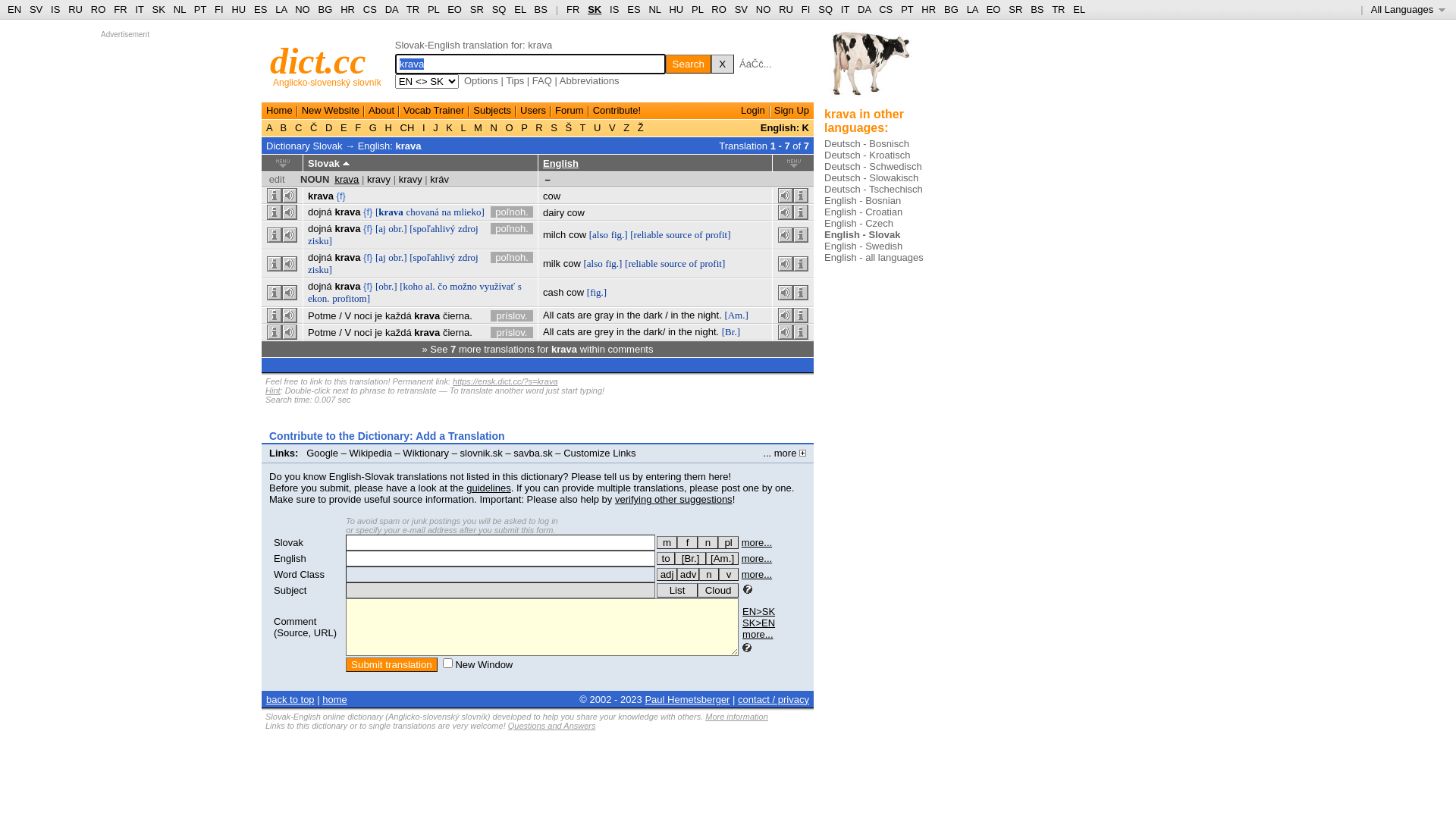 This screenshot has height=819, width=1456. What do you see at coordinates (646, 234) in the screenshot?
I see `'[reliable'` at bounding box center [646, 234].